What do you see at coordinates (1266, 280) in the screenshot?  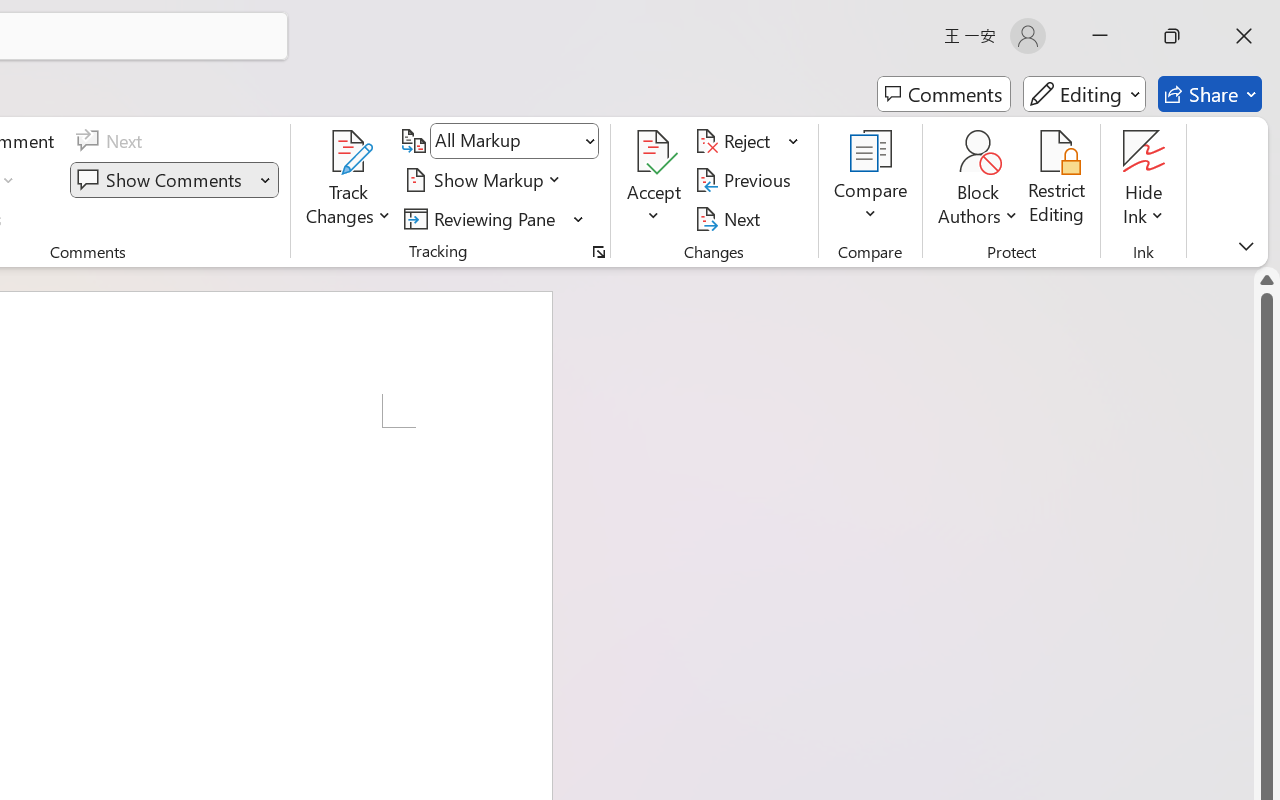 I see `'Line up'` at bounding box center [1266, 280].